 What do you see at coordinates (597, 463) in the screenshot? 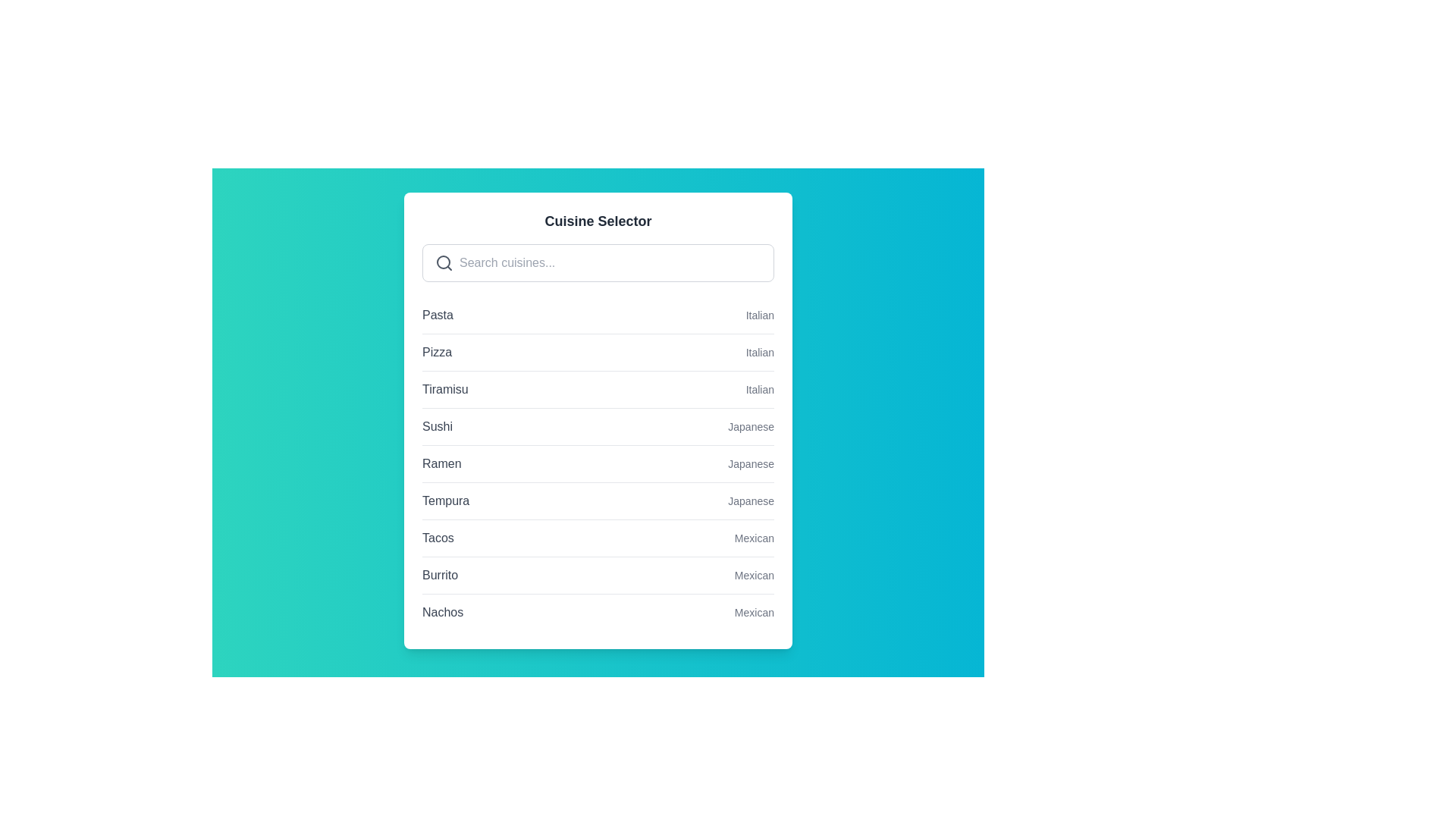
I see `to select the fifth entry in the 'Cuisine Selector' list, which displays 'Ramen' (Japanese) as a menu item` at bounding box center [597, 463].